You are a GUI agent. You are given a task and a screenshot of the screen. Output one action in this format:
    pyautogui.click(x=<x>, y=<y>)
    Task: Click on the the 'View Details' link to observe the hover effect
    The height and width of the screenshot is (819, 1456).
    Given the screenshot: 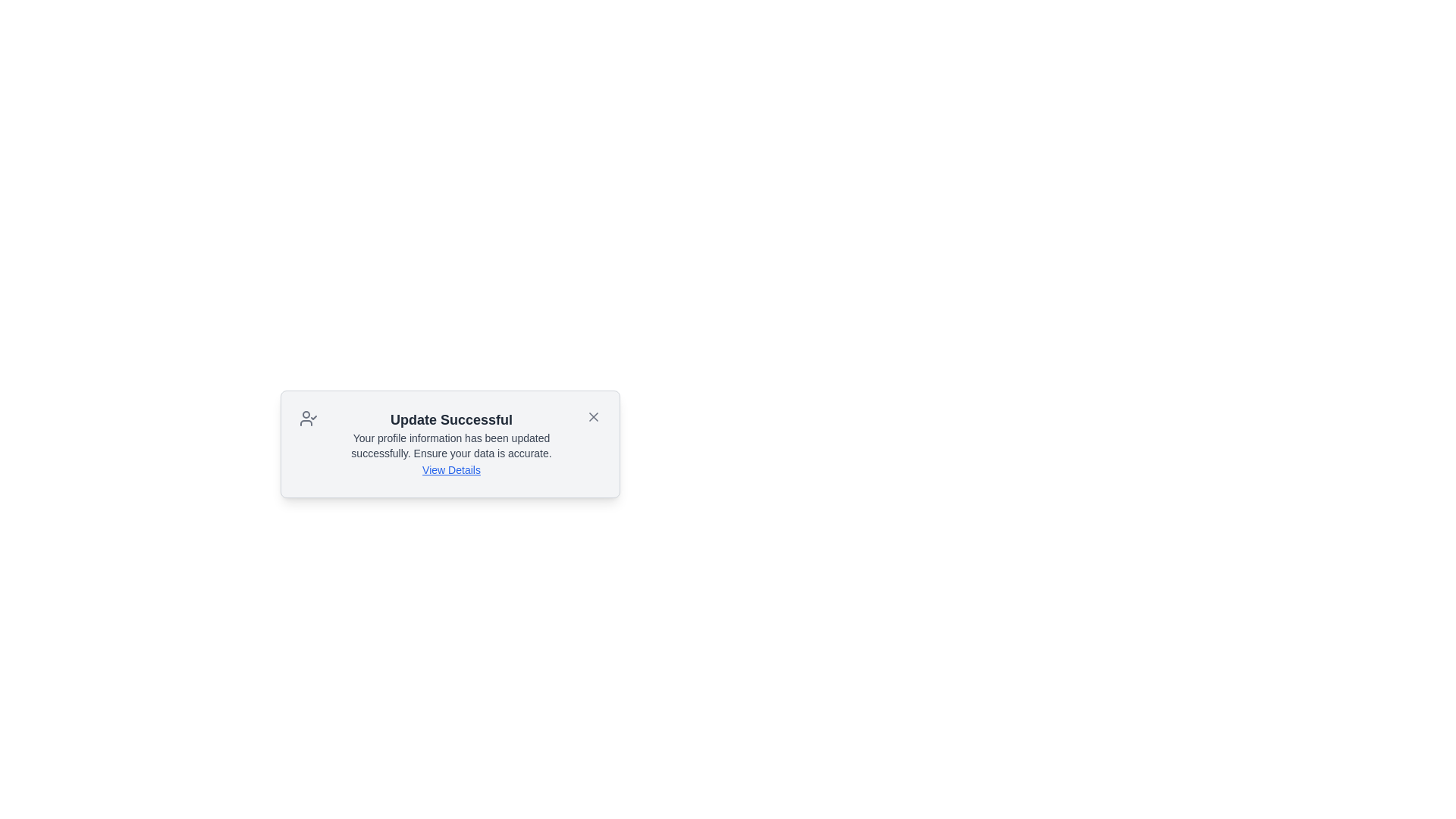 What is the action you would take?
    pyautogui.click(x=450, y=469)
    